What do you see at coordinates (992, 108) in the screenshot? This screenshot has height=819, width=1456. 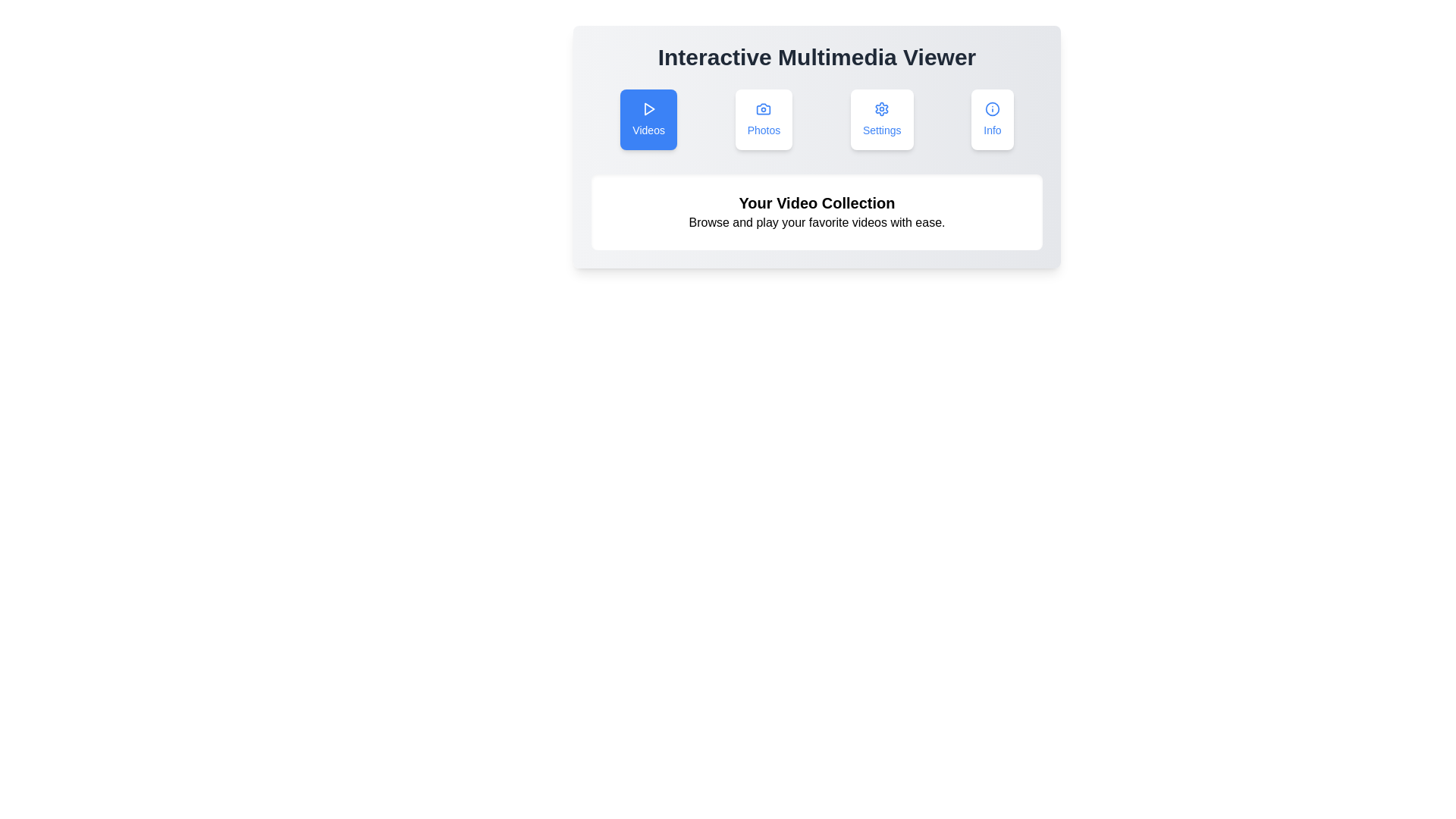 I see `the circular blue icon with an 'i' symbol inside, located in the top-right corner of the 'Info' box, which is the fourth icon in the navigation grid of the 'Interactive Multimedia Viewer.'` at bounding box center [992, 108].